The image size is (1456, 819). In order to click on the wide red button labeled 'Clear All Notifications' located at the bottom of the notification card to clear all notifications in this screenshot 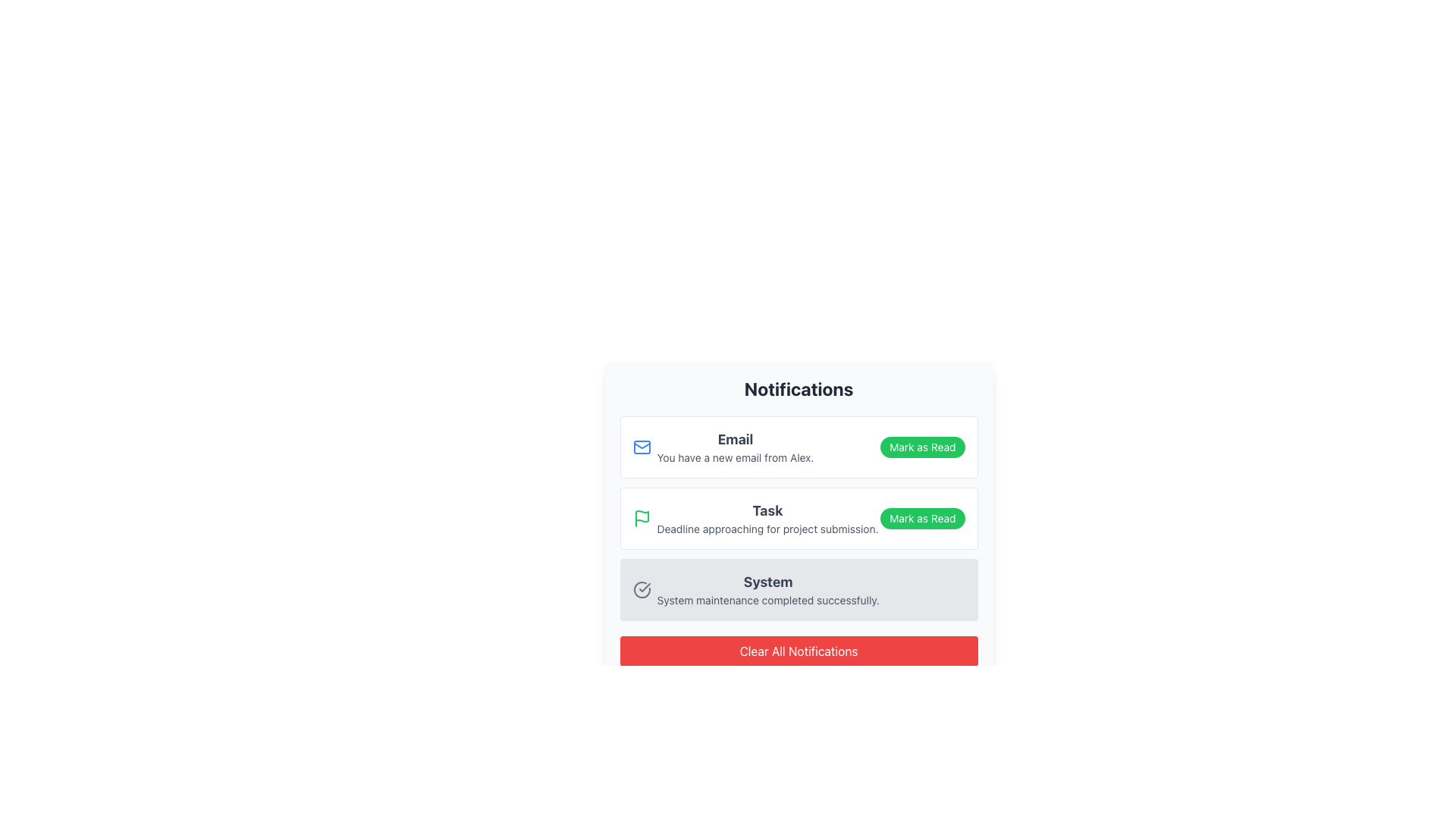, I will do `click(798, 651)`.